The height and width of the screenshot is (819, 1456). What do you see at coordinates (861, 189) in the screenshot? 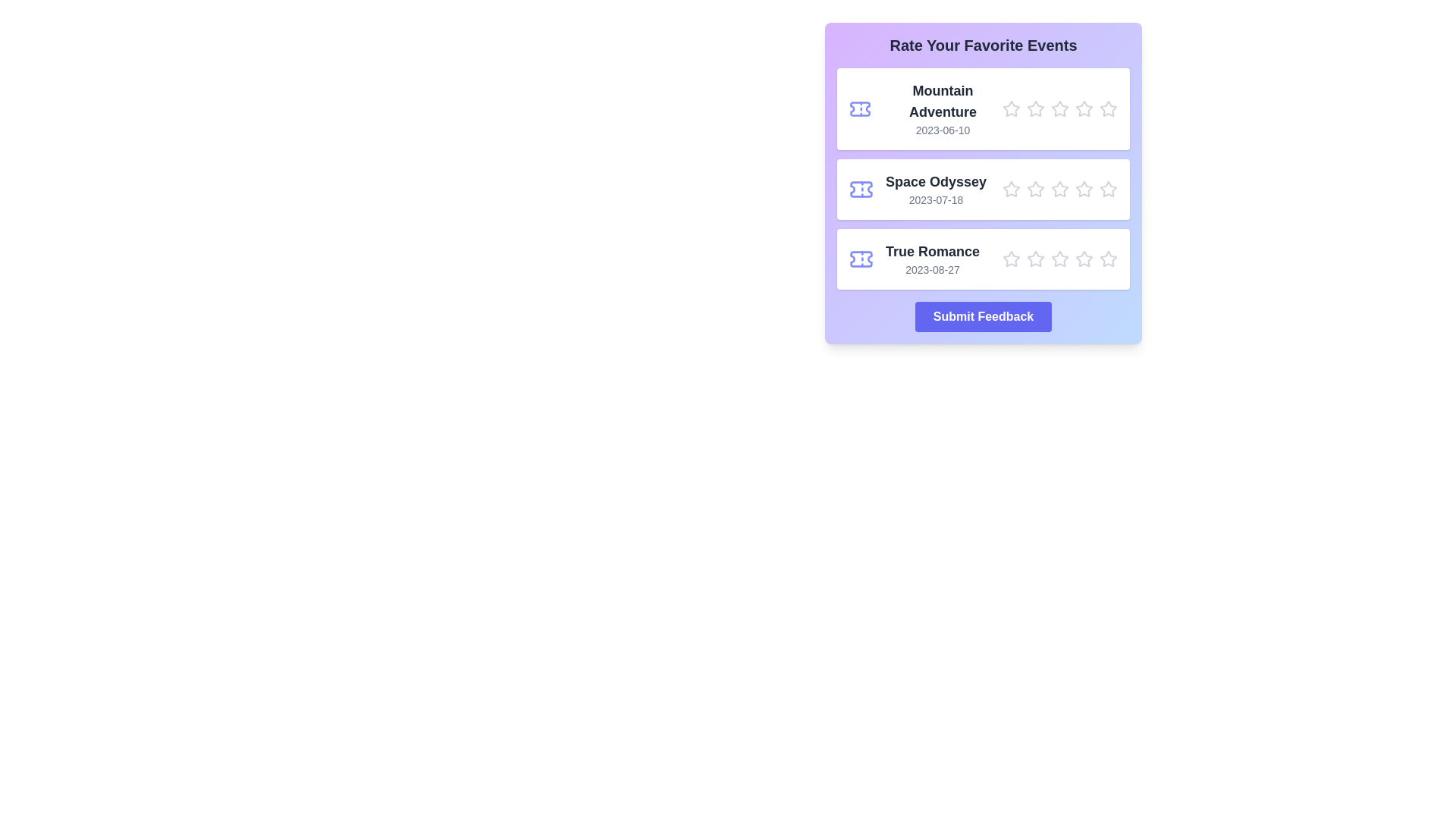
I see `the ticket icon for the movie Space Odyssey` at bounding box center [861, 189].